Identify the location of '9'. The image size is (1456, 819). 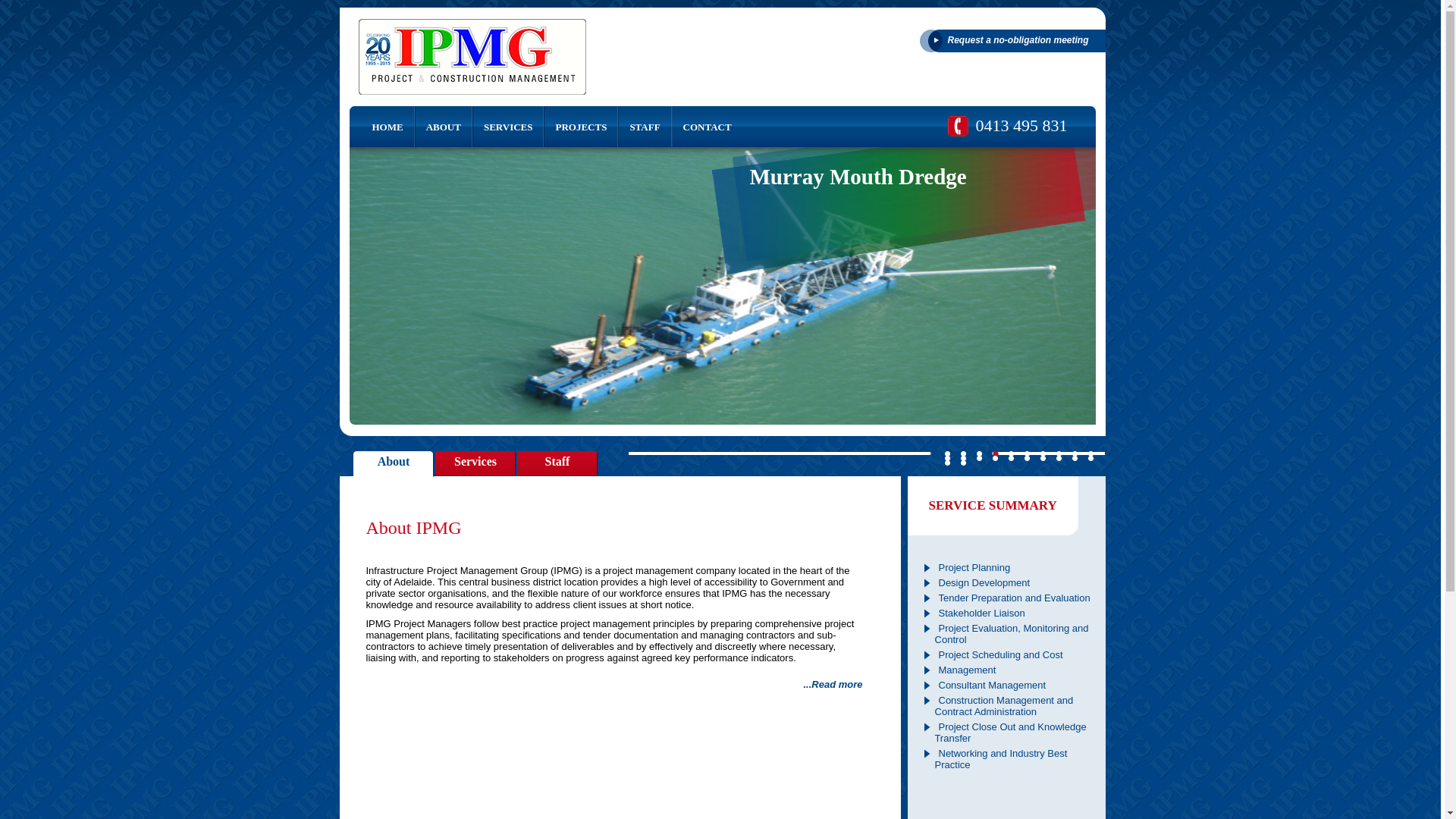
(1074, 452).